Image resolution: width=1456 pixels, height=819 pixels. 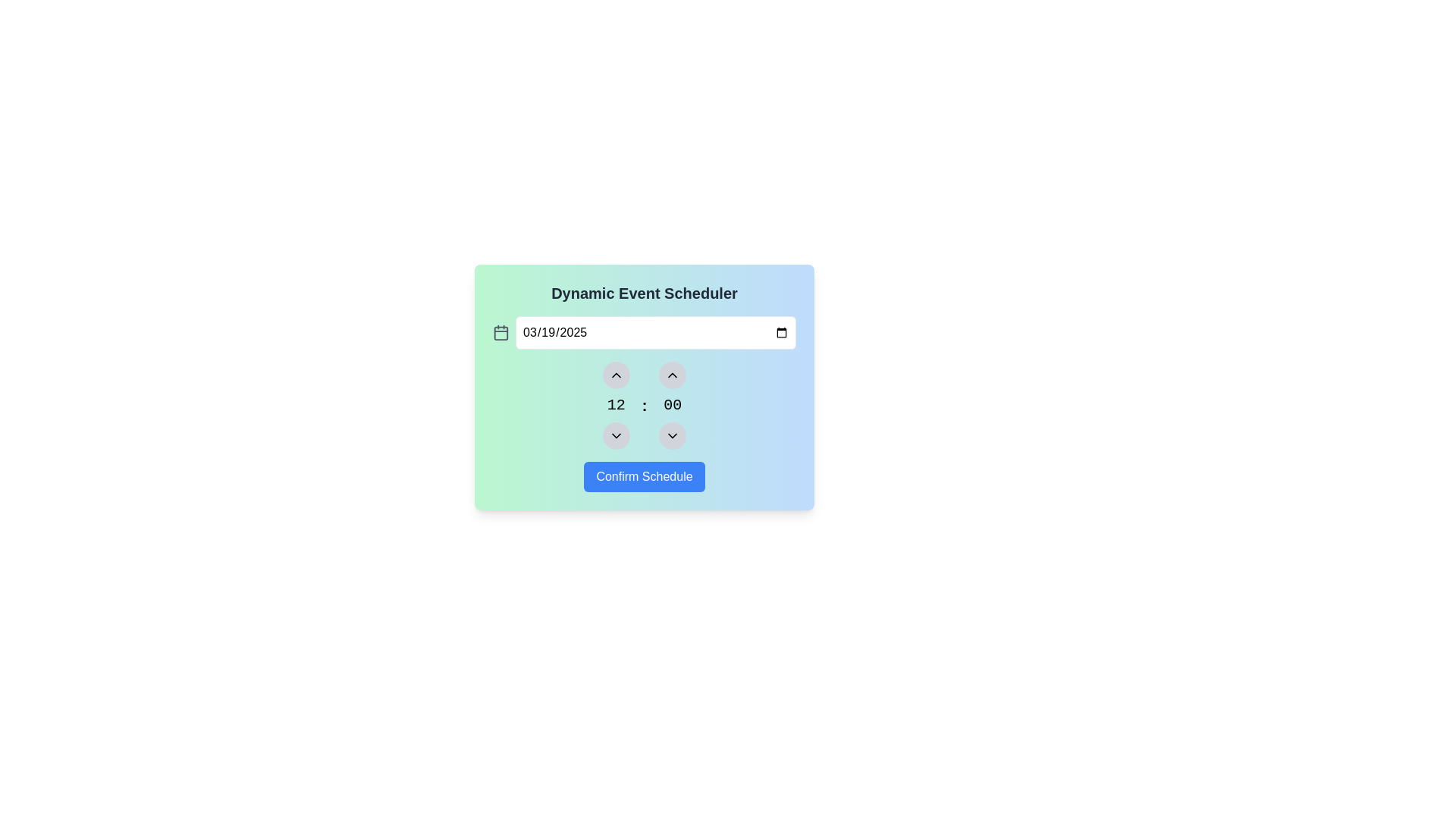 I want to click on the dropdown button icon, so click(x=616, y=435).